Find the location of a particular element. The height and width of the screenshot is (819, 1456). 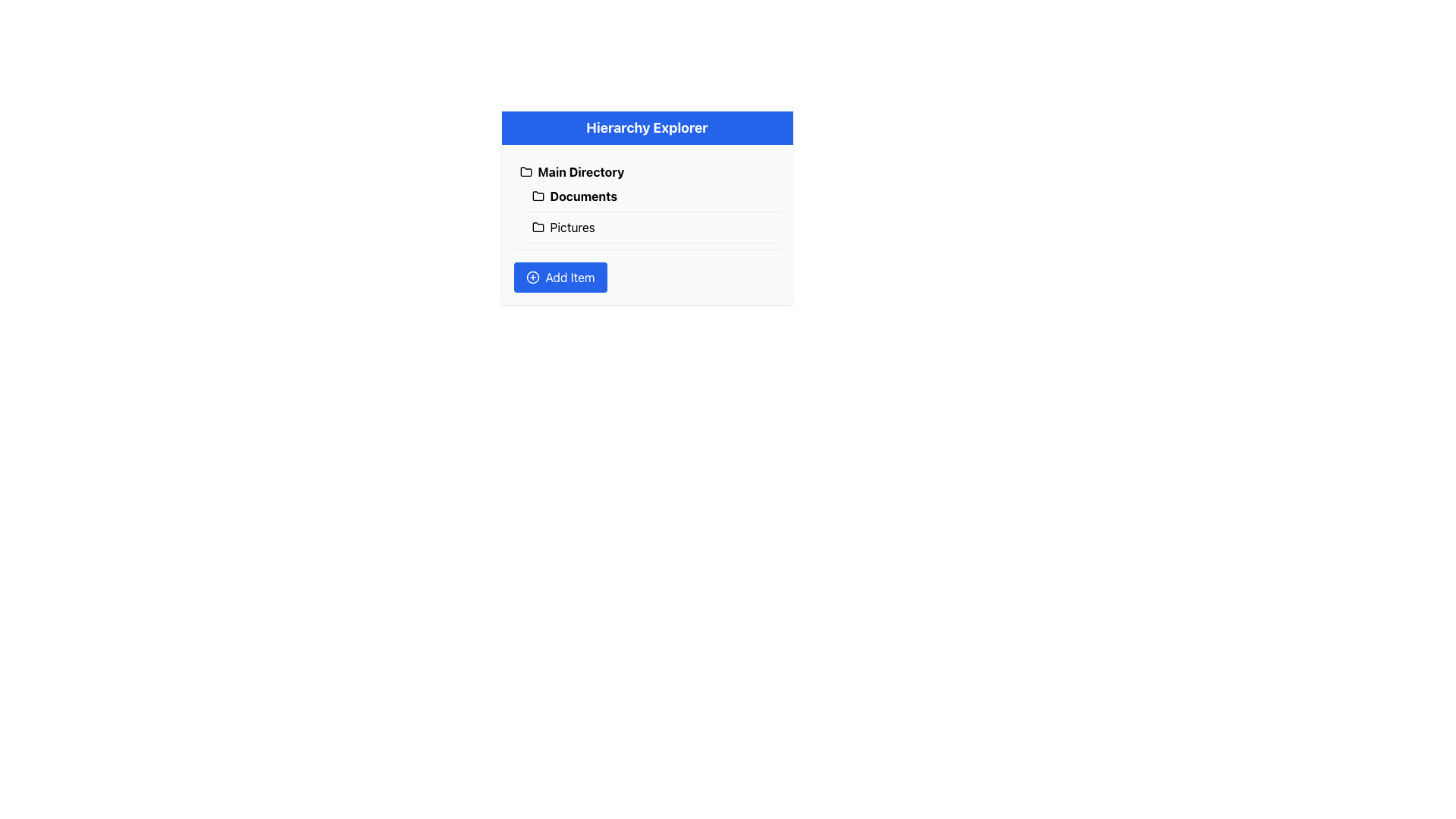

the clickable list item labeled 'Pictures' located in the 'Hierarchy Explorer' section is located at coordinates (653, 227).